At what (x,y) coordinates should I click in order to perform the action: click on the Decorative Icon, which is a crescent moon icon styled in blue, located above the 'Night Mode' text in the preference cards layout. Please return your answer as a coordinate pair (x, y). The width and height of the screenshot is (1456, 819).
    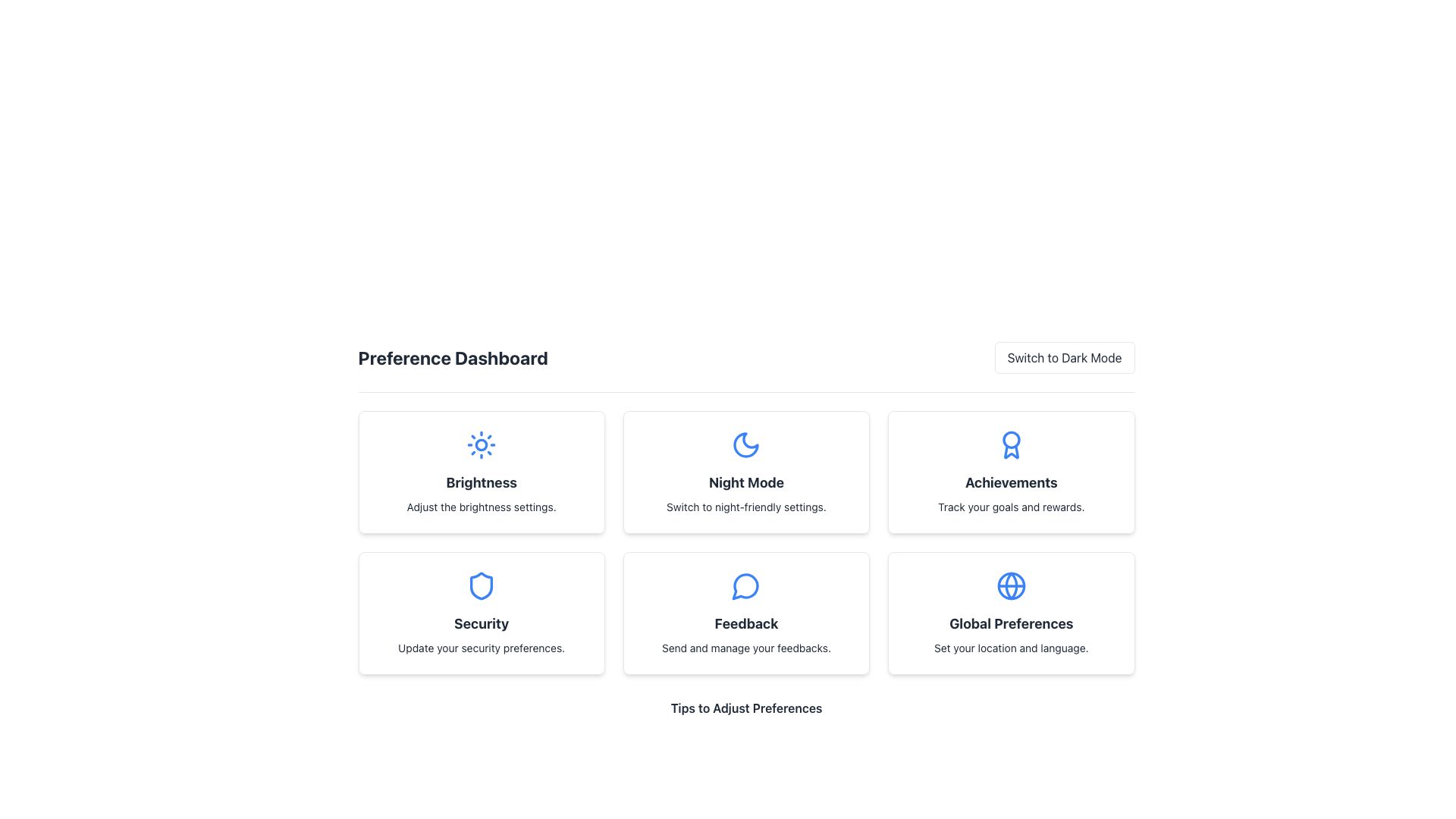
    Looking at the image, I should click on (746, 444).